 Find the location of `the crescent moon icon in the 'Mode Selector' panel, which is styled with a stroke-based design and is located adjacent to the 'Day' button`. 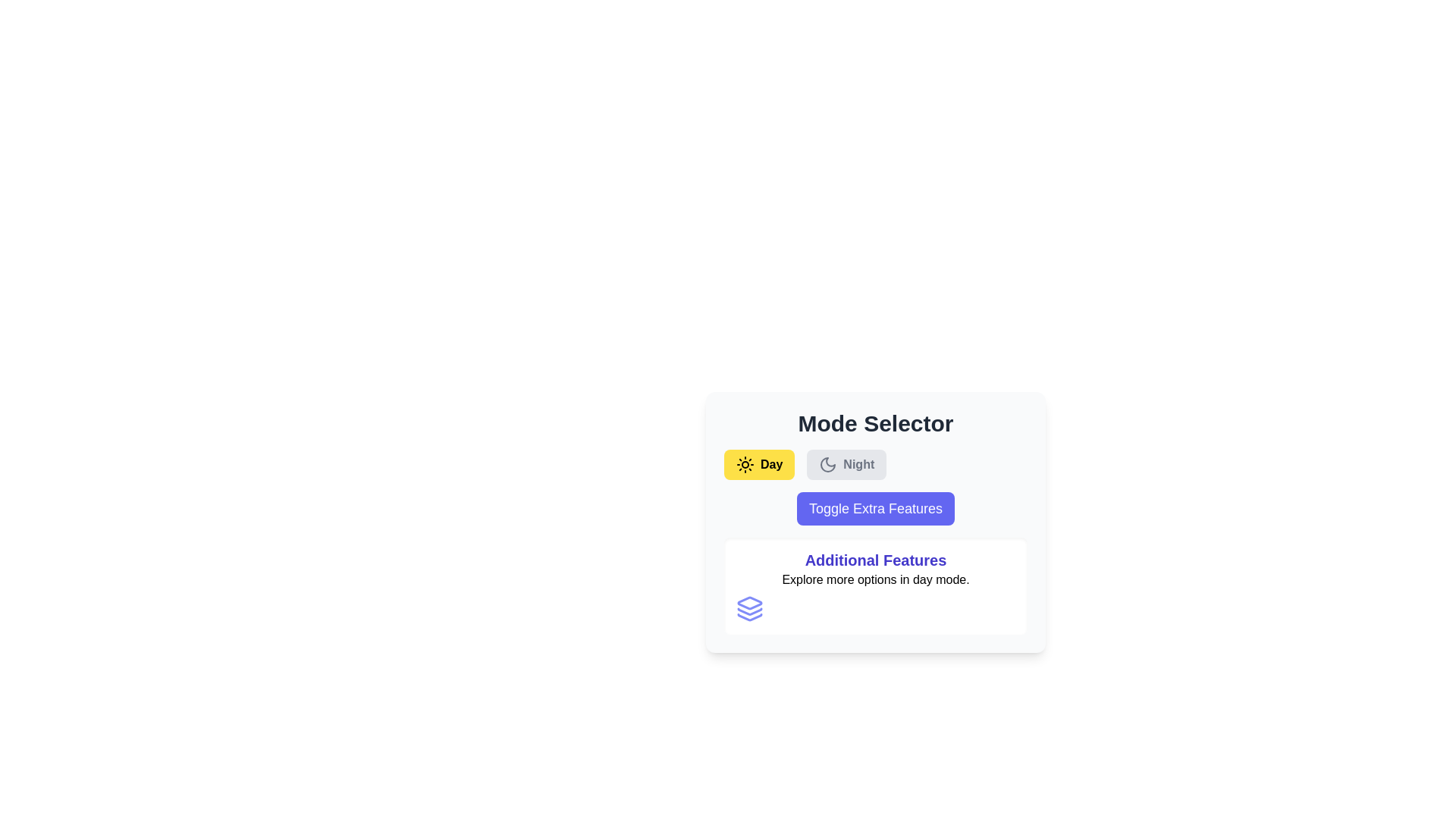

the crescent moon icon in the 'Mode Selector' panel, which is styled with a stroke-based design and is located adjacent to the 'Day' button is located at coordinates (827, 464).